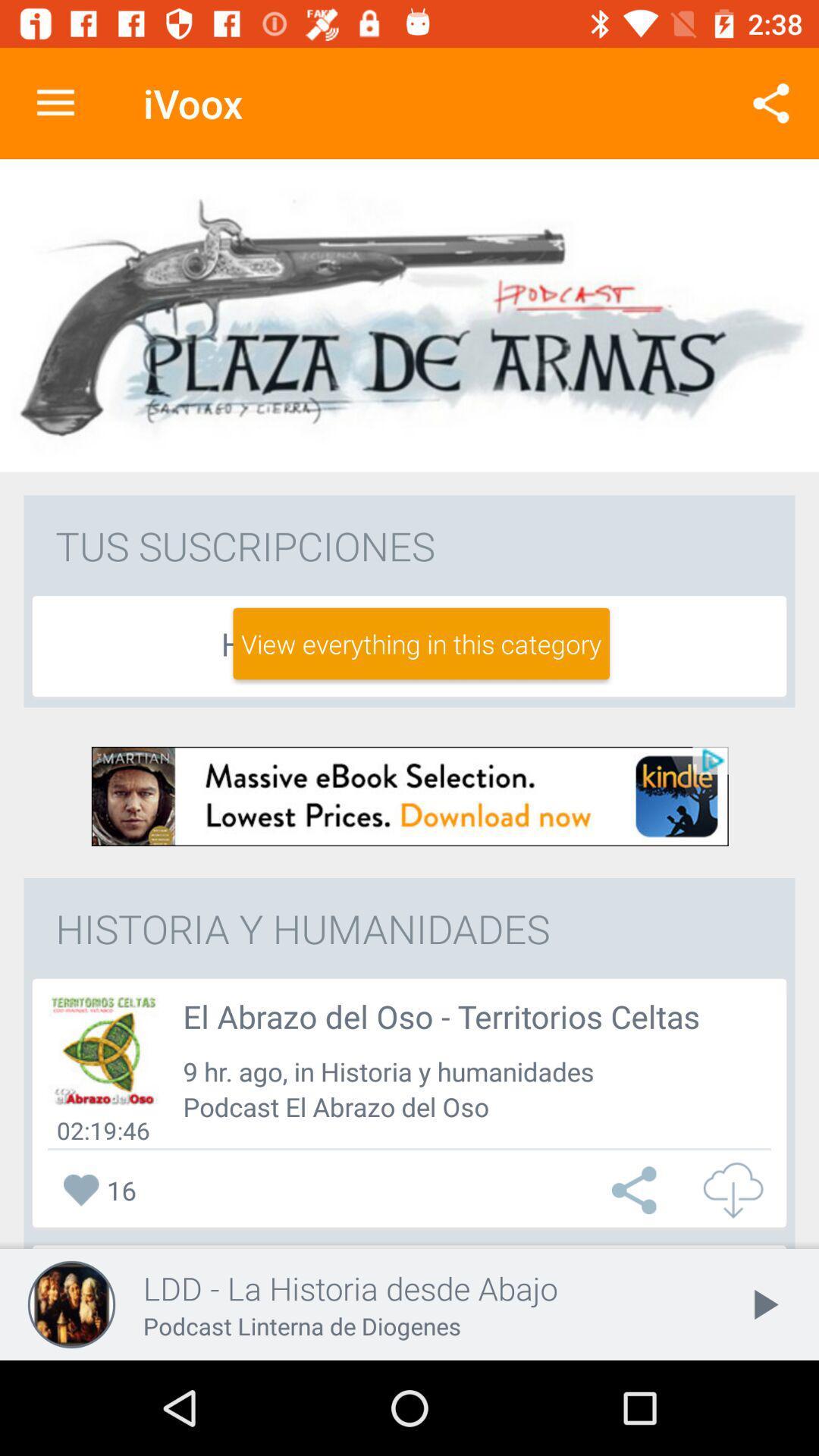 The width and height of the screenshot is (819, 1456). I want to click on advertisement, so click(409, 795).